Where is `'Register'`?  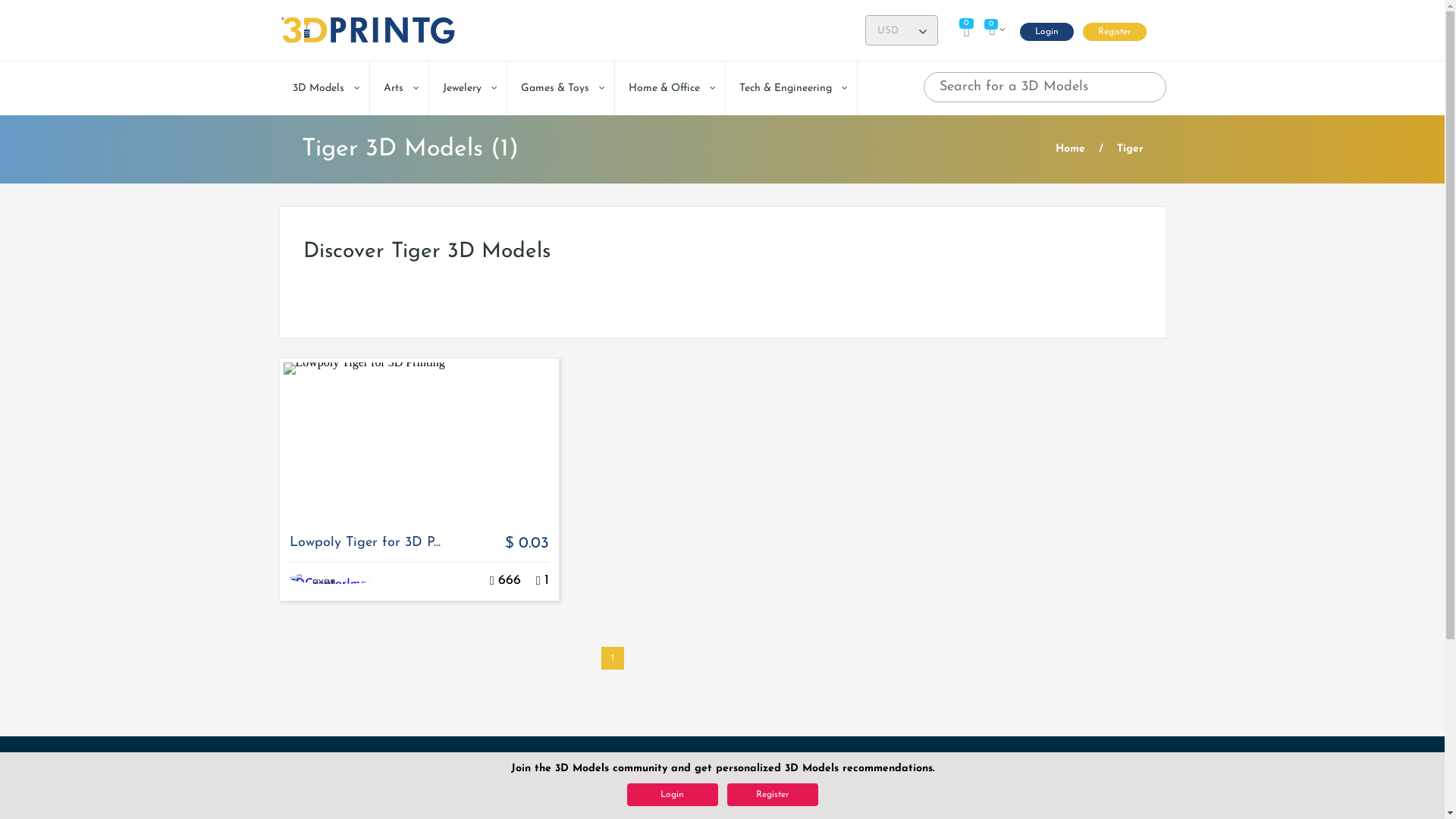 'Register' is located at coordinates (1114, 32).